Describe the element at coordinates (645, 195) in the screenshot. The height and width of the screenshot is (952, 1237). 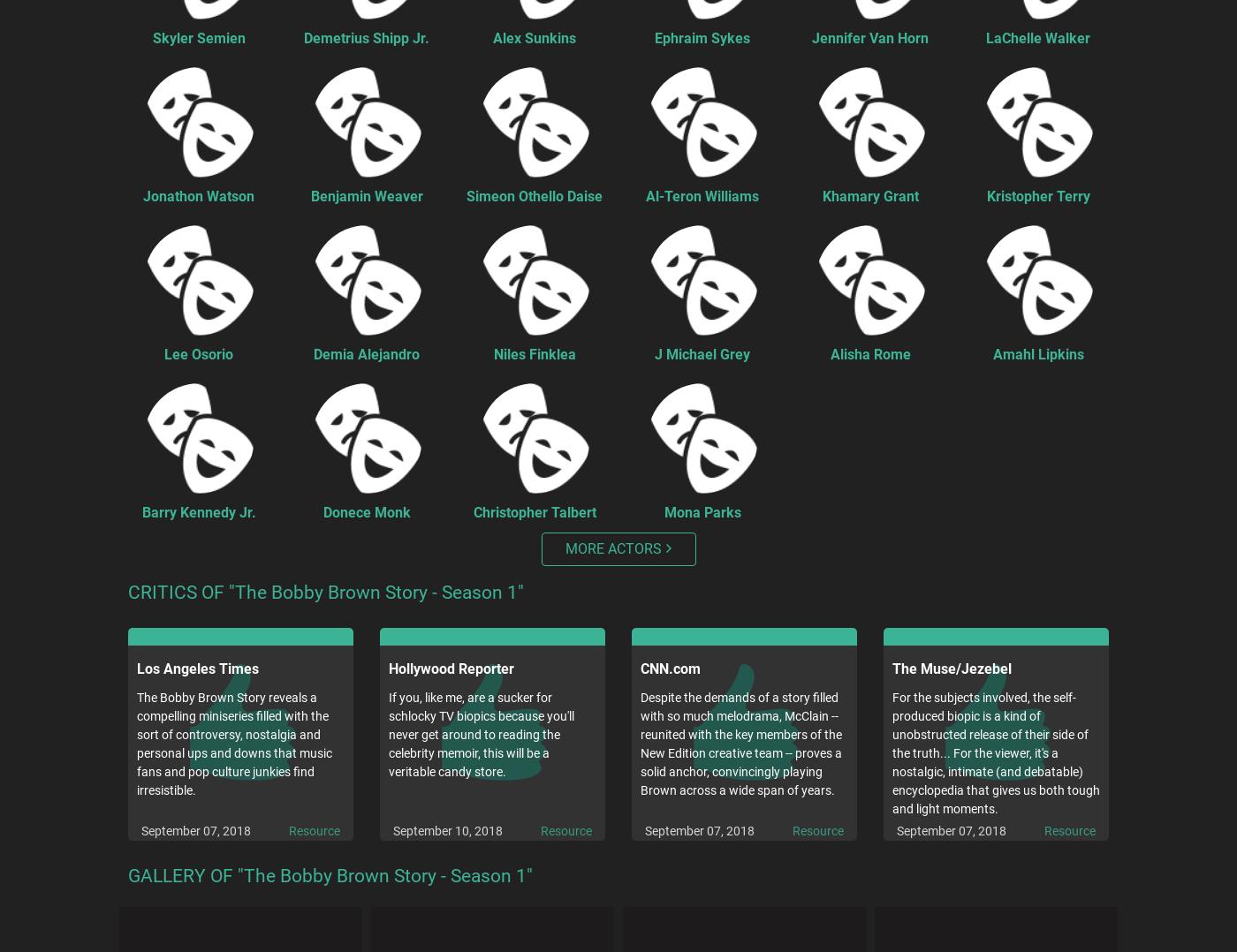
I see `'Al-Teron Williams'` at that location.